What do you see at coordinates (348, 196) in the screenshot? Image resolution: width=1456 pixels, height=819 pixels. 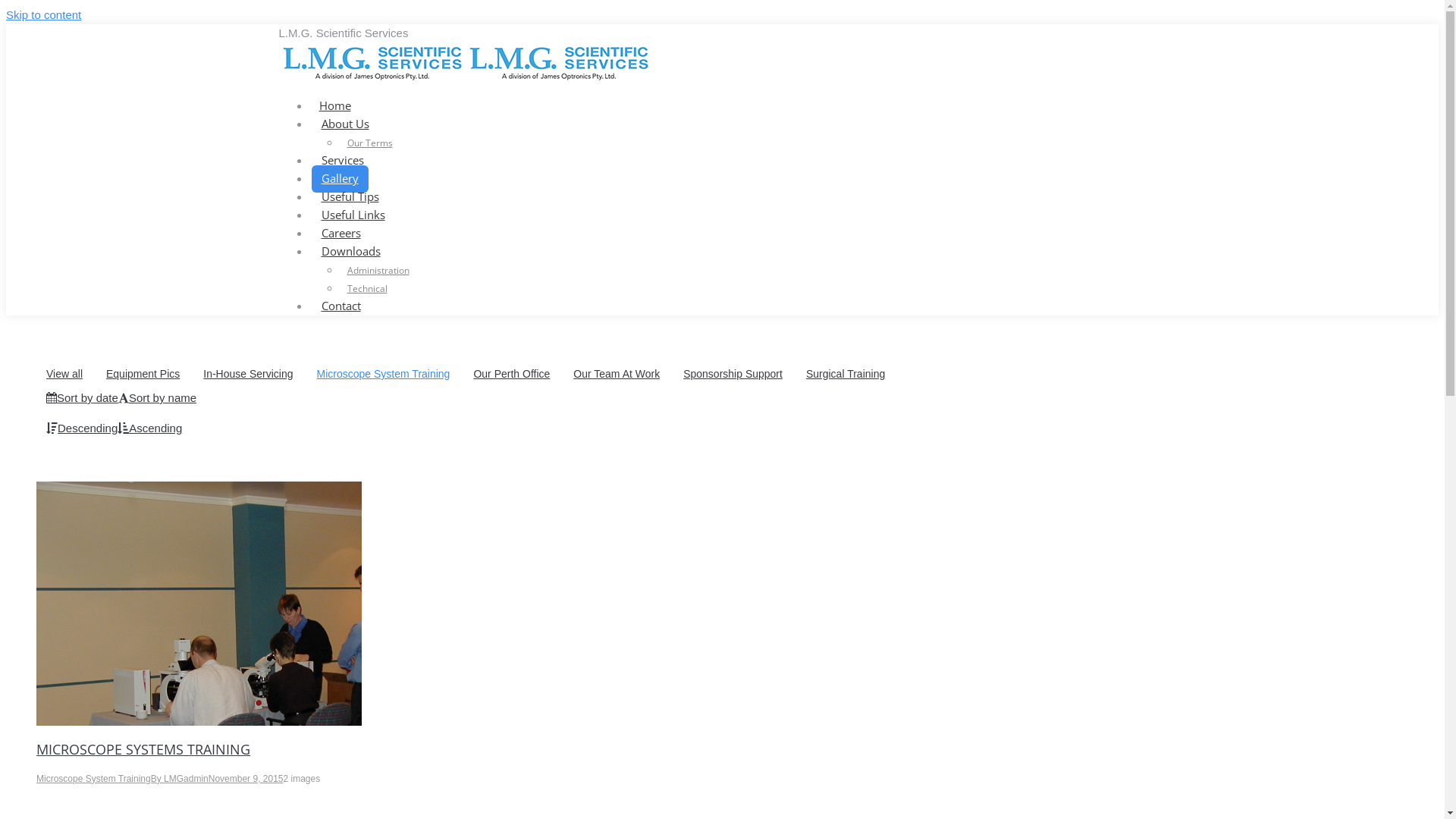 I see `'Useful Tips'` at bounding box center [348, 196].